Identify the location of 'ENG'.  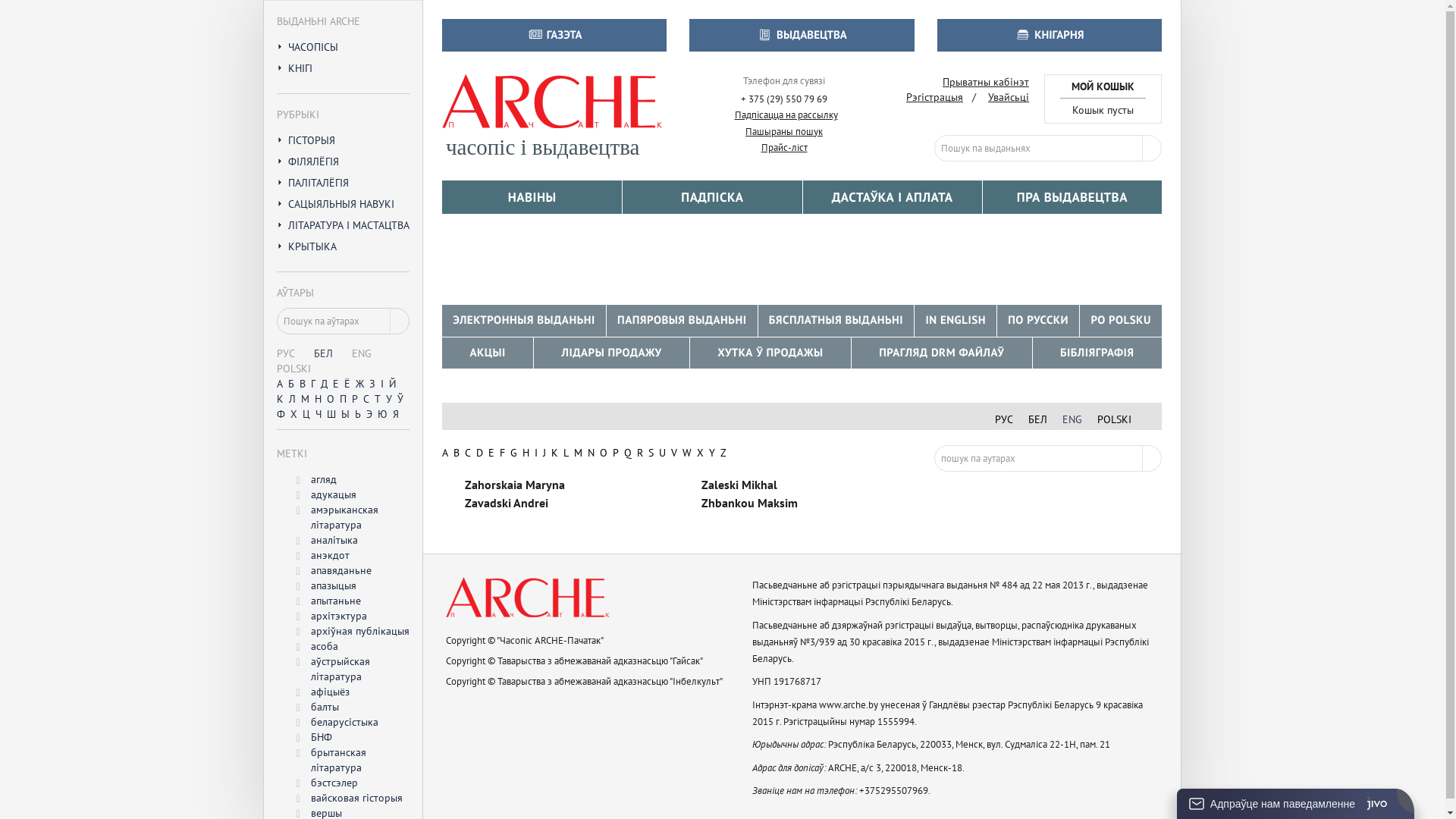
(360, 353).